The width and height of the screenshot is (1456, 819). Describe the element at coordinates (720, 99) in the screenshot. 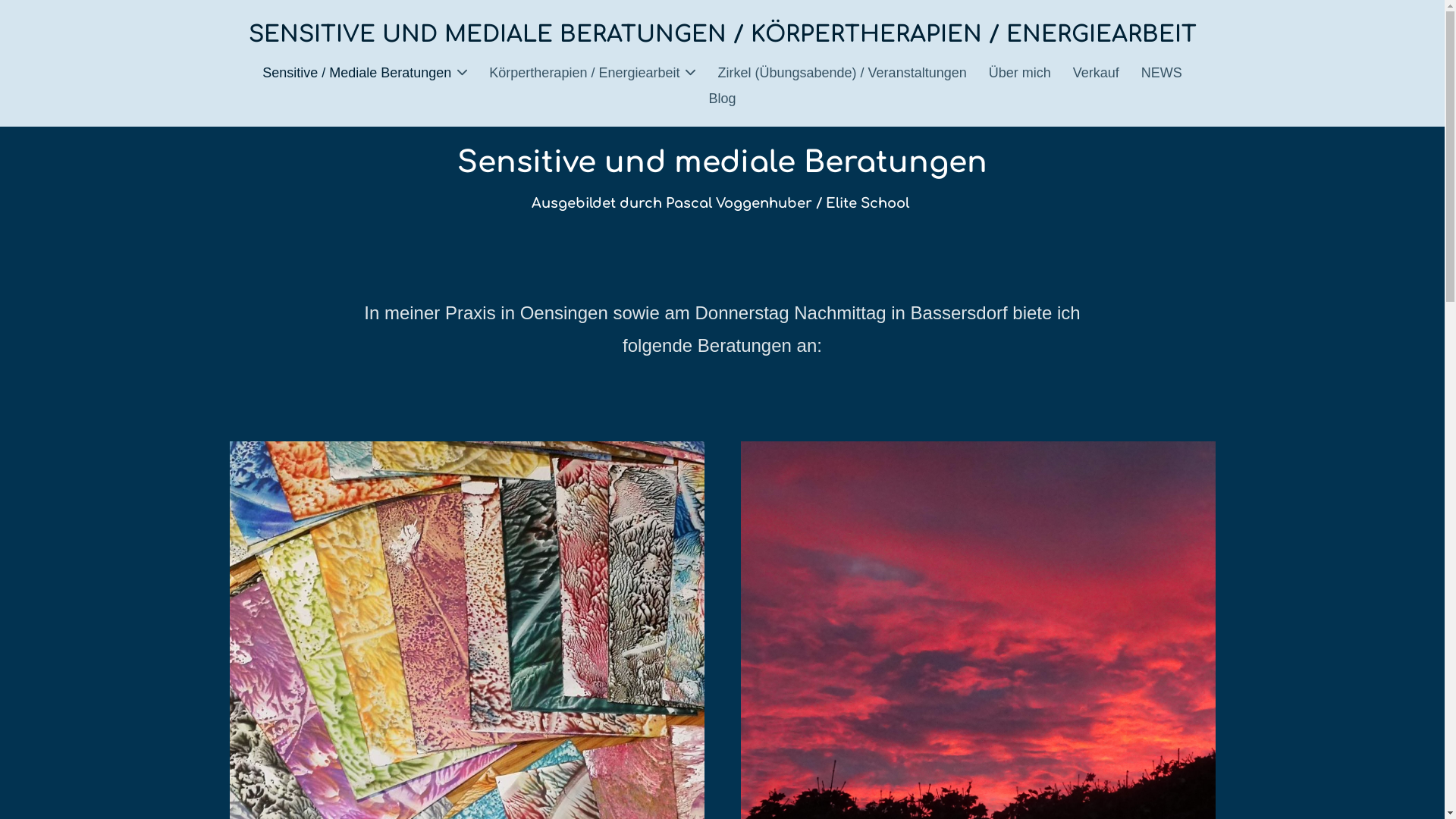

I see `'Blog'` at that location.